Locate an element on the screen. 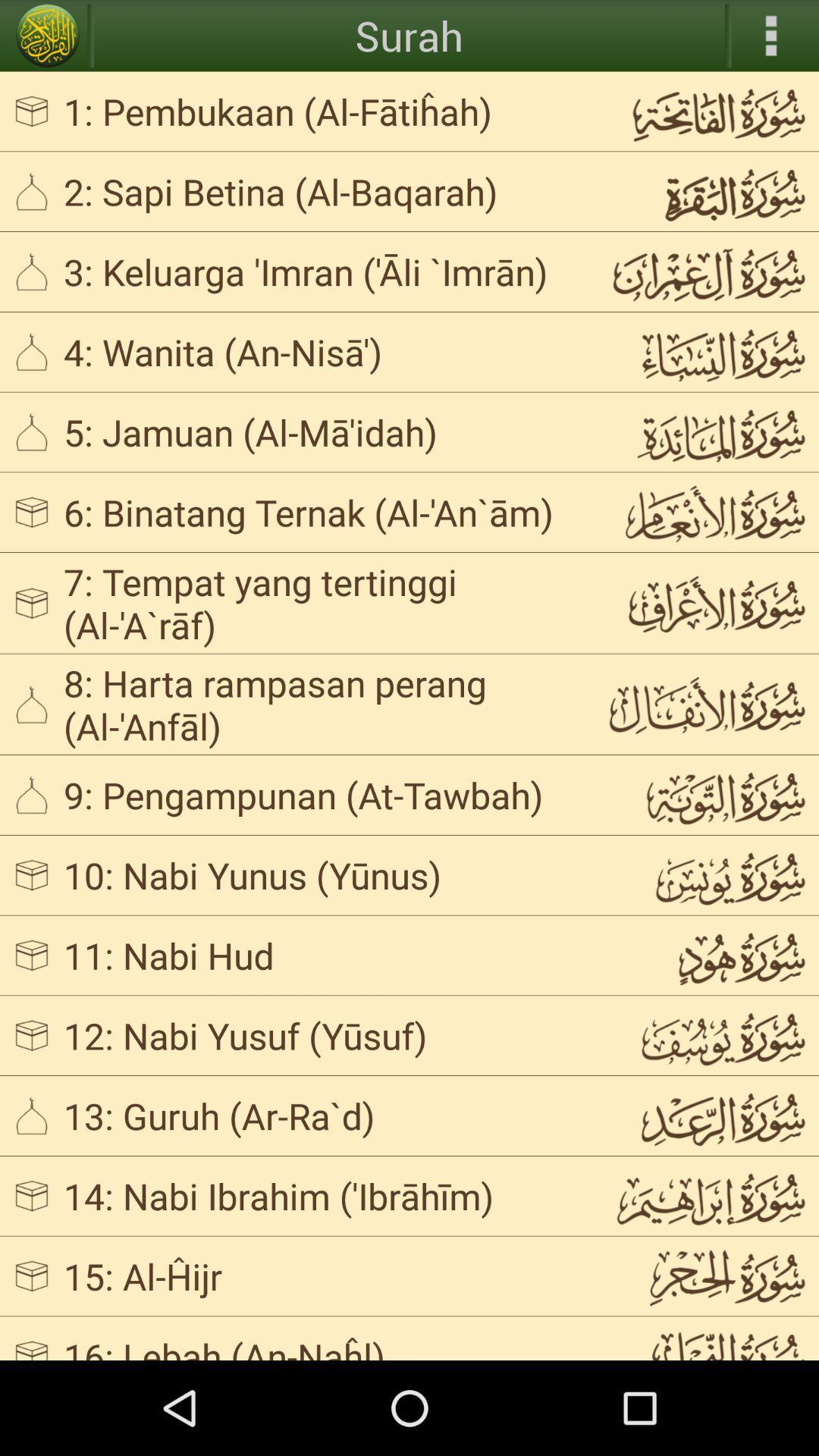  the 8 harta rampasan icon is located at coordinates (322, 703).